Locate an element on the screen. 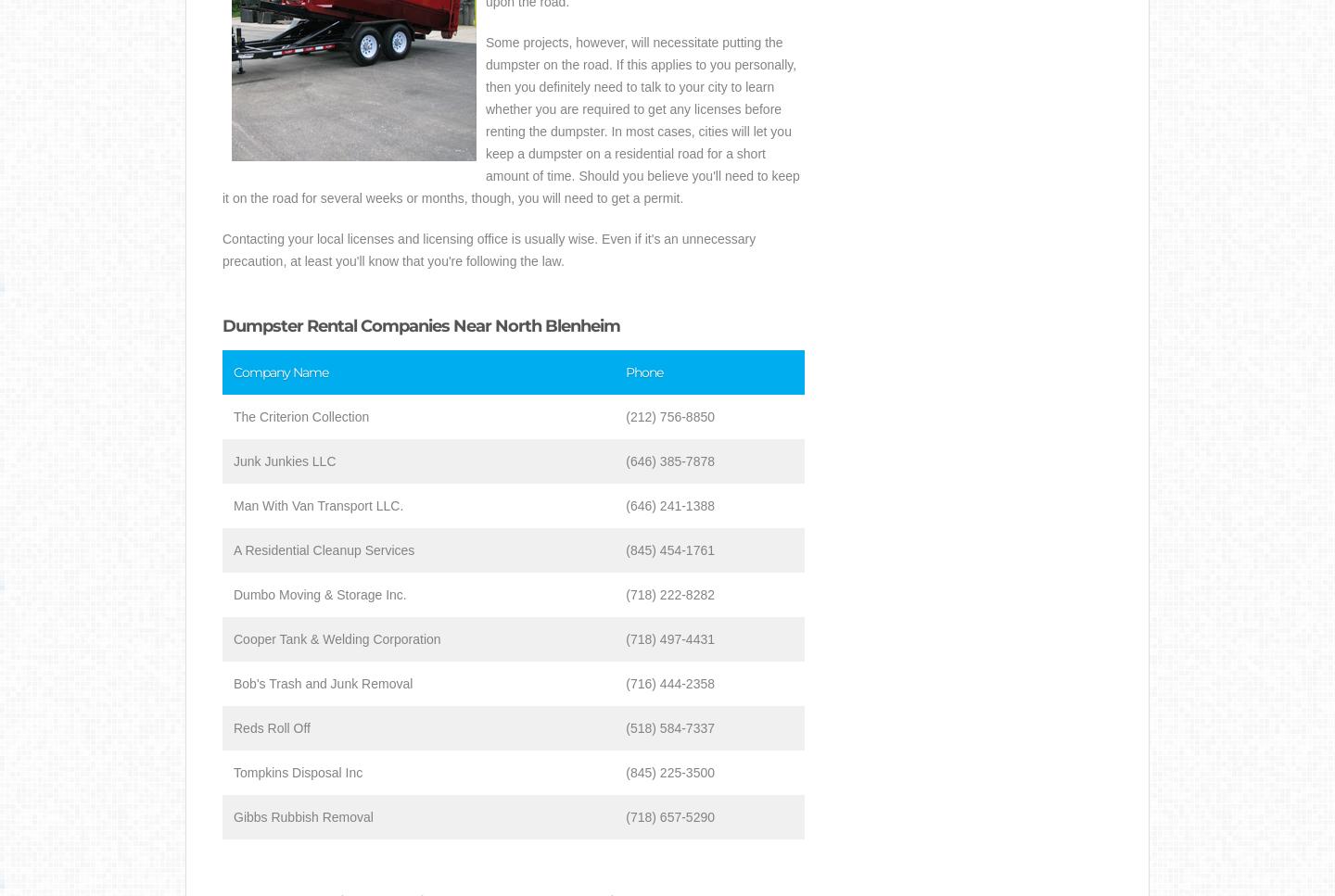 The width and height of the screenshot is (1335, 896). 'Contacting your local licenses and licensing office is usually wise. Even if it's an unnecessary precaution, at least you'll know that you're following the law.' is located at coordinates (488, 248).